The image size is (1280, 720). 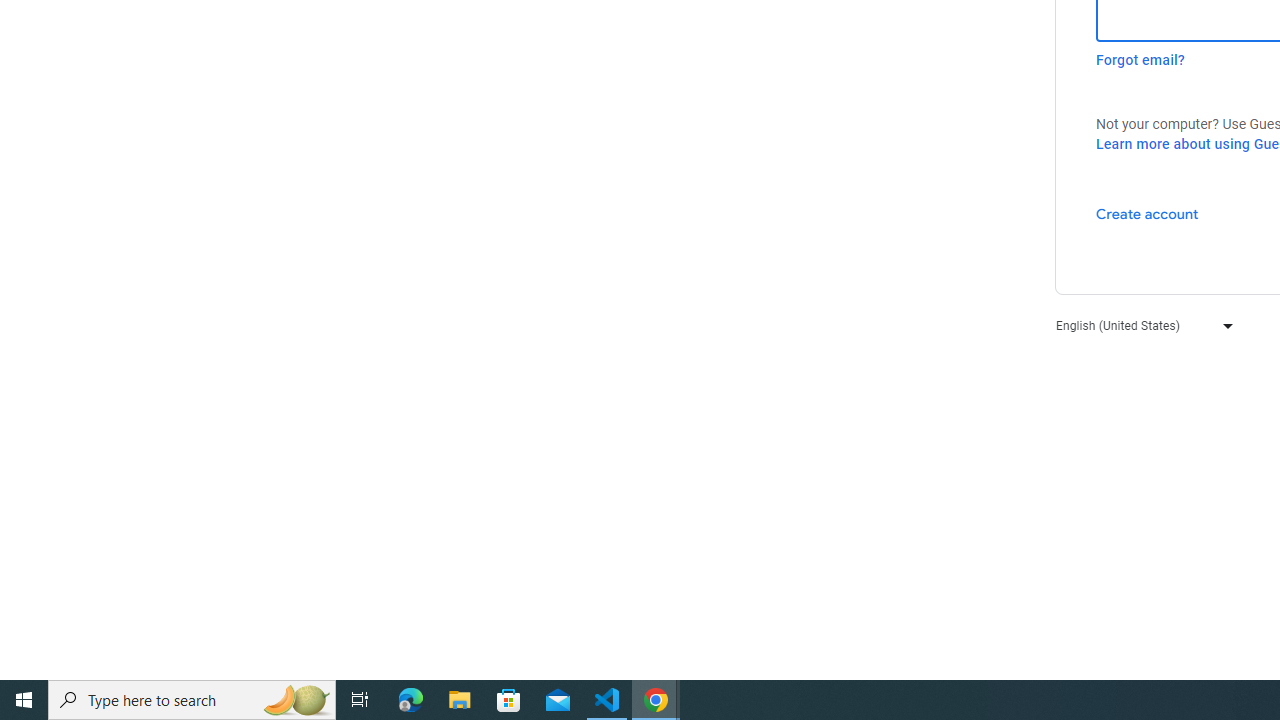 What do you see at coordinates (1140, 59) in the screenshot?
I see `'Forgot email?'` at bounding box center [1140, 59].